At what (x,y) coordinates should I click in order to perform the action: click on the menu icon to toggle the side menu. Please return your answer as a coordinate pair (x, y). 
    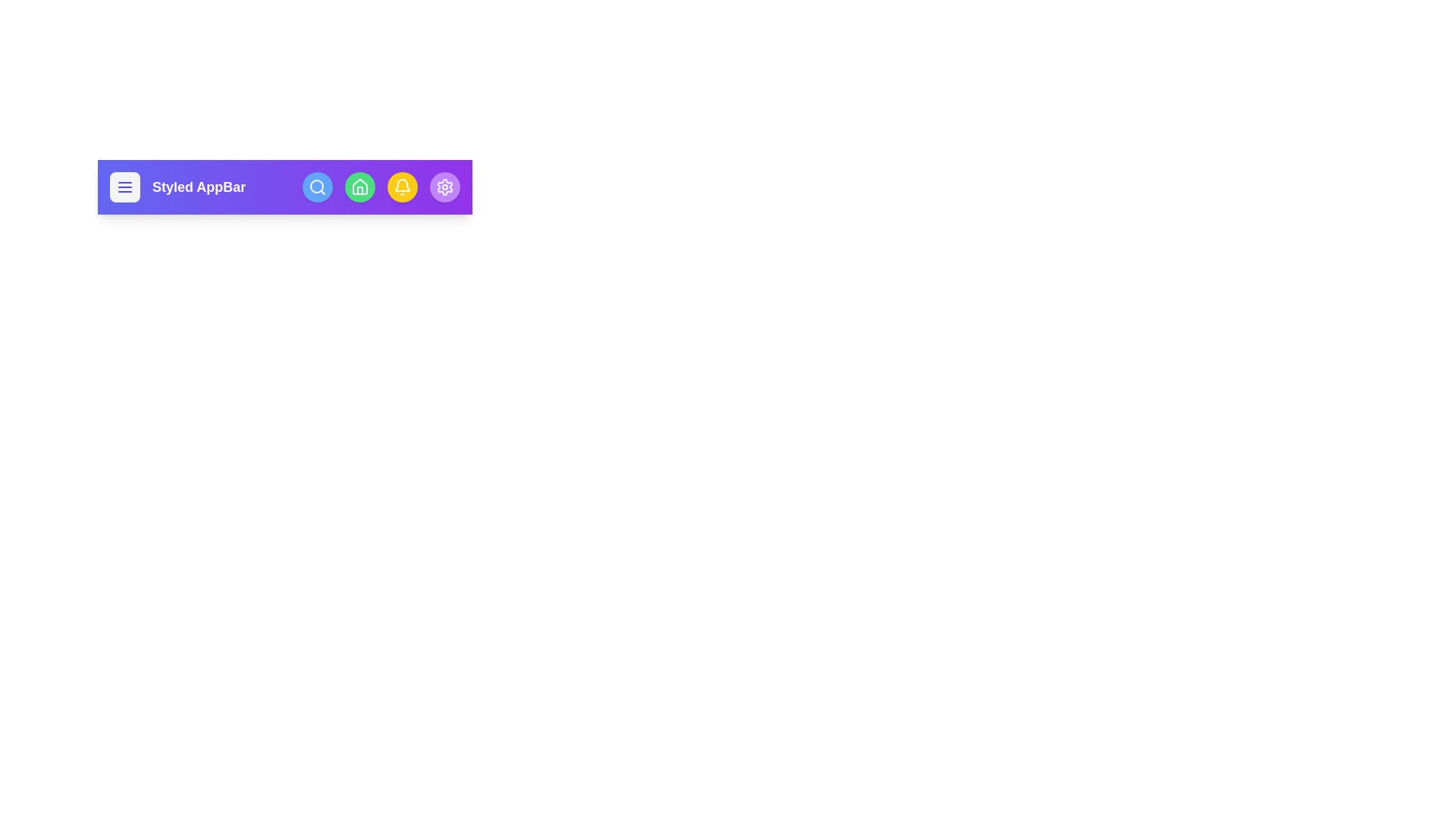
    Looking at the image, I should click on (124, 186).